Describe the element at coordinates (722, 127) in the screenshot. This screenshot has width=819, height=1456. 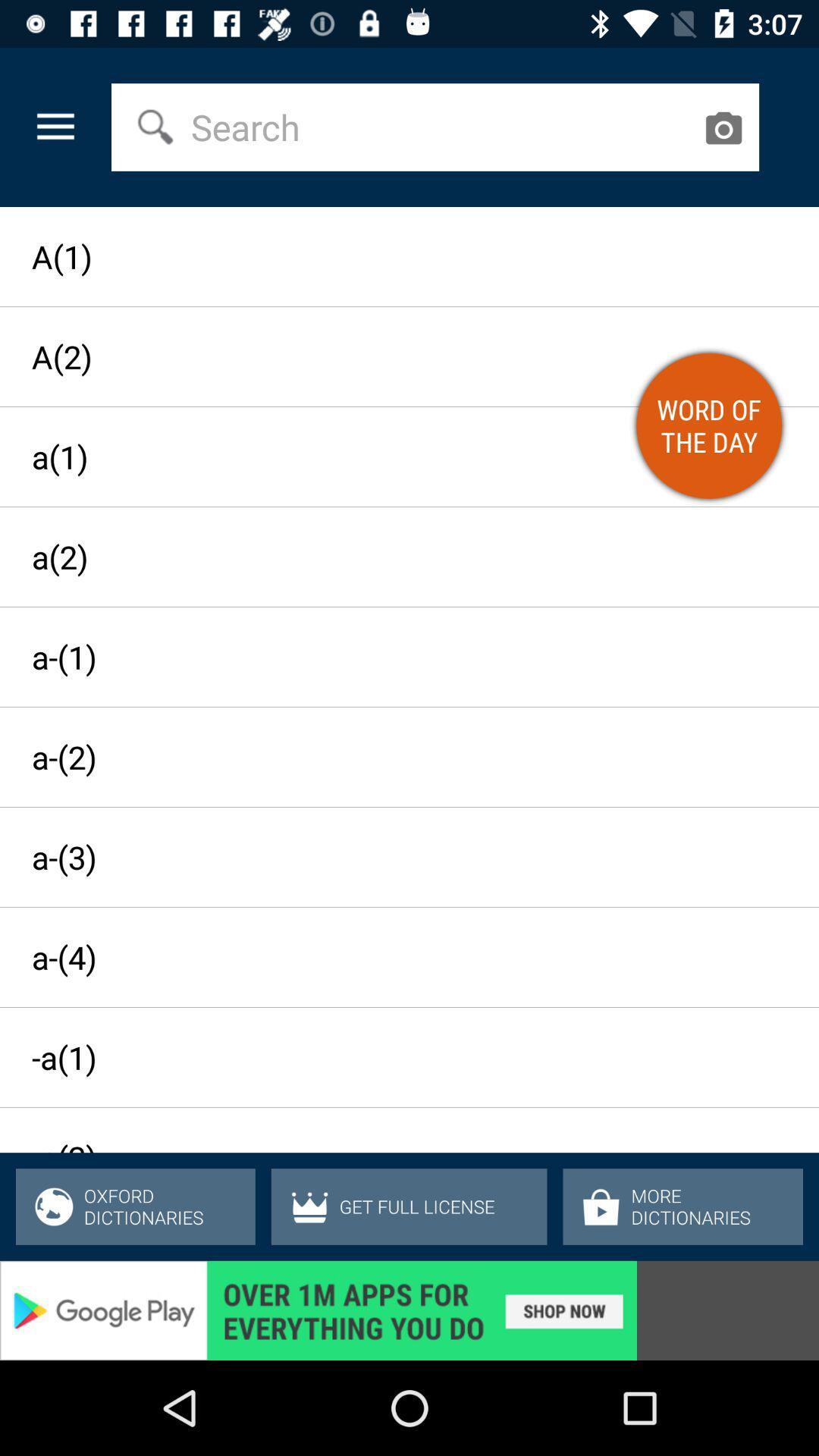
I see `search by photo` at that location.